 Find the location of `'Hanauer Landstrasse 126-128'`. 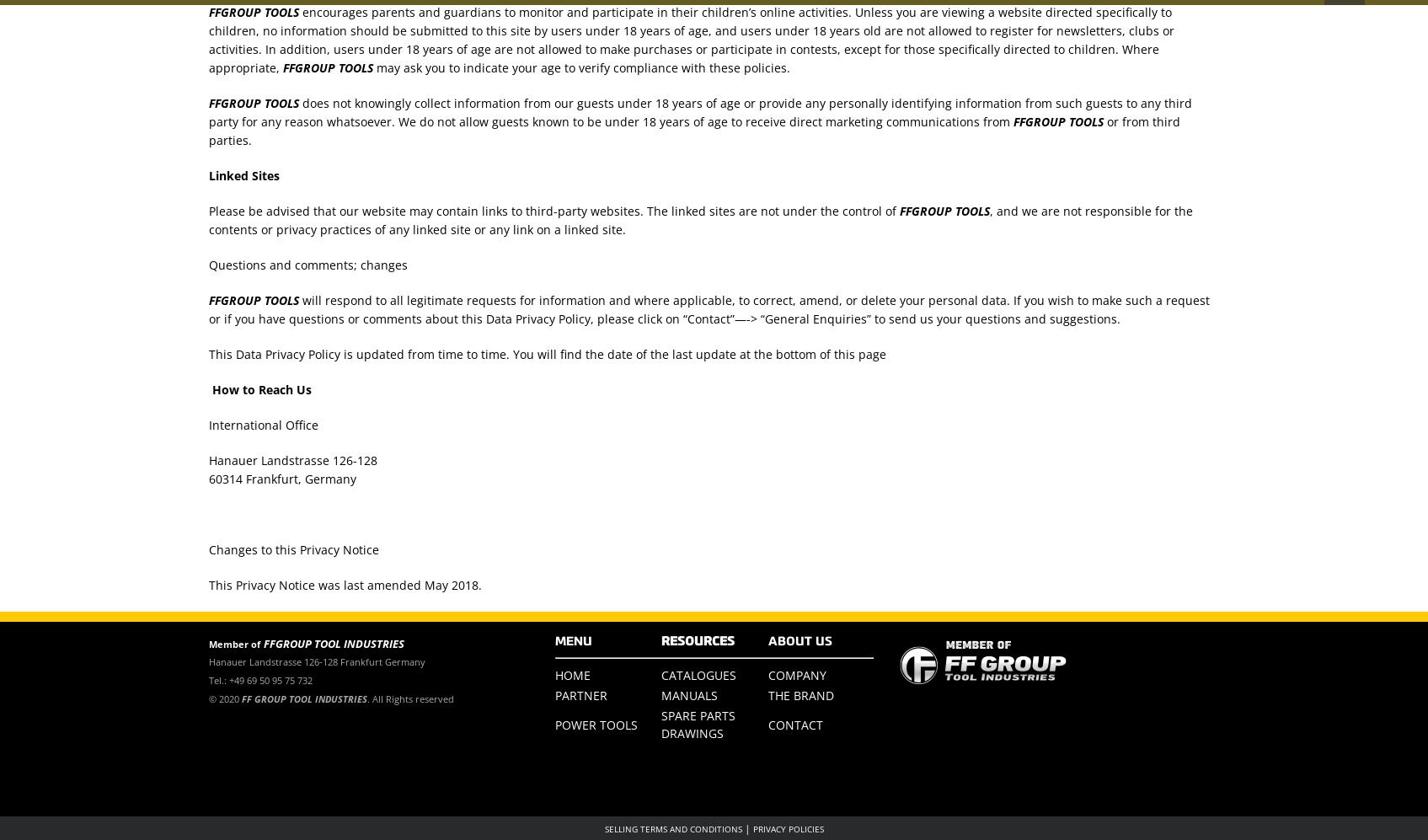

'Hanauer Landstrasse 126-128' is located at coordinates (291, 459).